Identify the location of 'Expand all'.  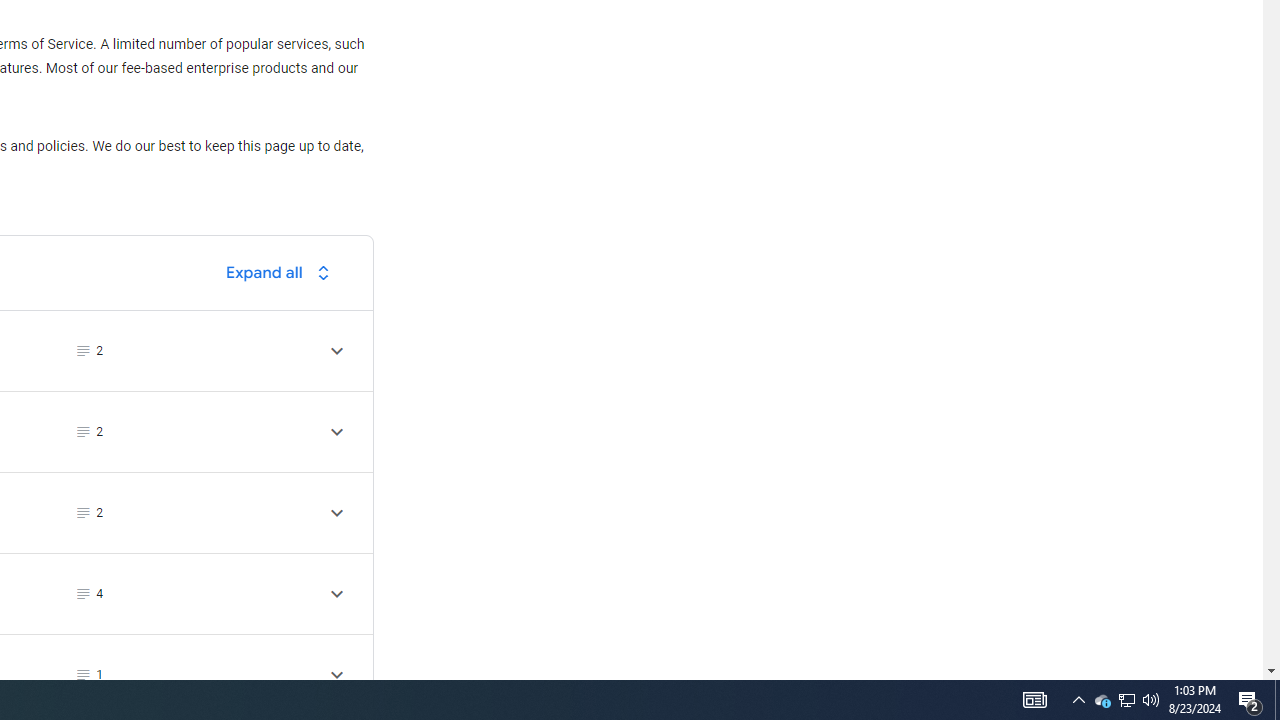
(282, 272).